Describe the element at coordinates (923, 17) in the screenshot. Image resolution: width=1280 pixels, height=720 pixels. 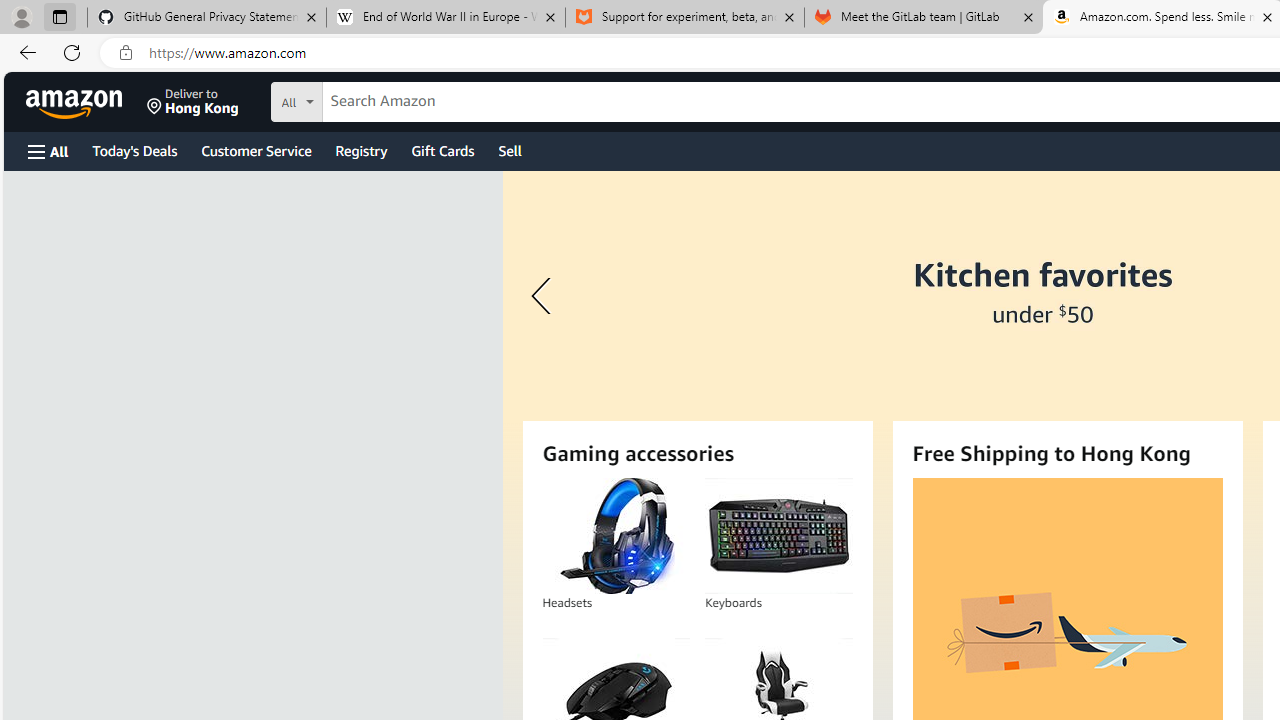
I see `'Meet the GitLab team | GitLab'` at that location.